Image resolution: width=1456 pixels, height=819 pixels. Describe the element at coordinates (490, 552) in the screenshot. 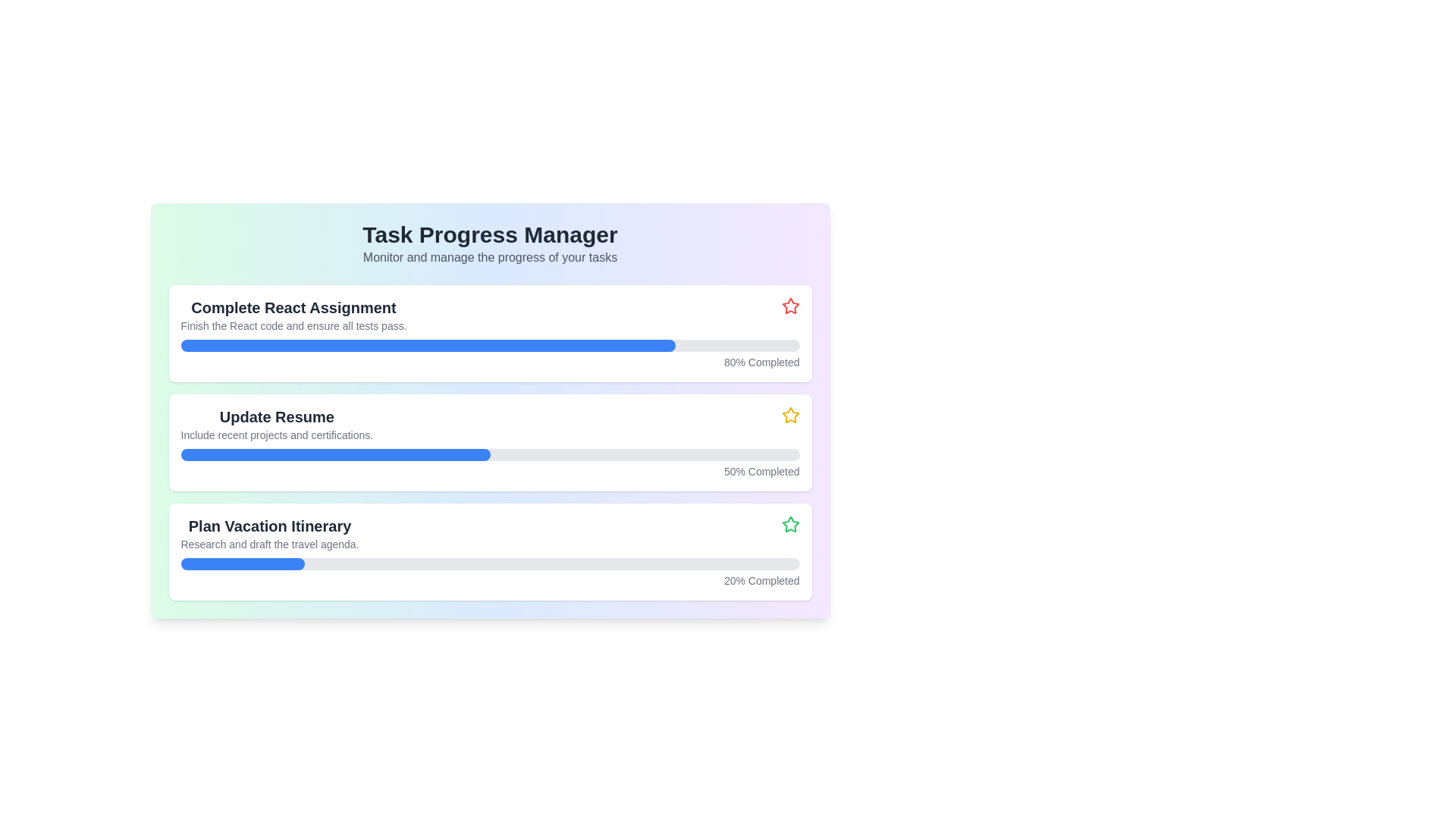

I see `the progress status on the progress bar of the task overview component titled 'Plan Vacation Itinerary', which is the last element in the vertical stack of task items` at that location.